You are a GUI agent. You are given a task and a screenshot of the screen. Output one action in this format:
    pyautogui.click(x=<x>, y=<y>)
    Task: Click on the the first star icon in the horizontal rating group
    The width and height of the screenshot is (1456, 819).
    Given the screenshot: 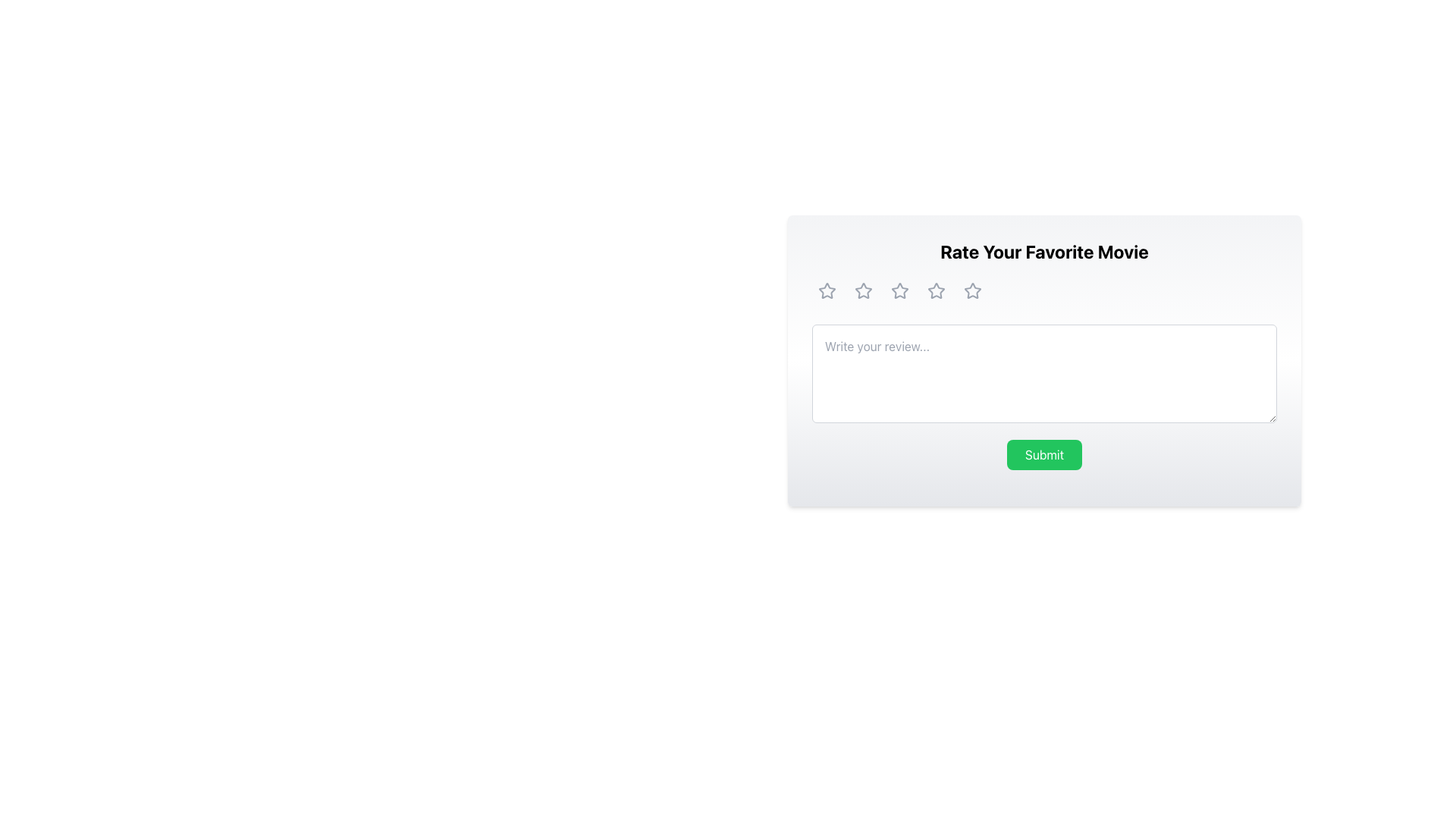 What is the action you would take?
    pyautogui.click(x=825, y=290)
    